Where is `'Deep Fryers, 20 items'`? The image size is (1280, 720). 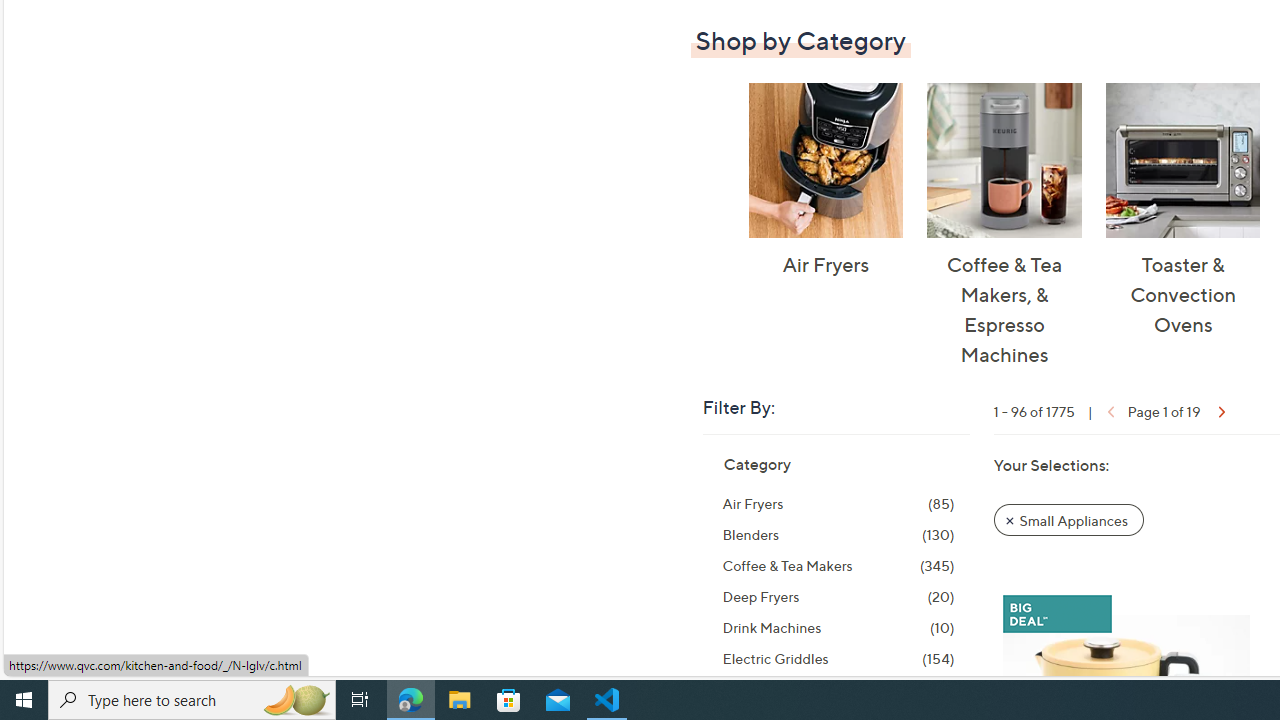 'Deep Fryers, 20 items' is located at coordinates (838, 595).